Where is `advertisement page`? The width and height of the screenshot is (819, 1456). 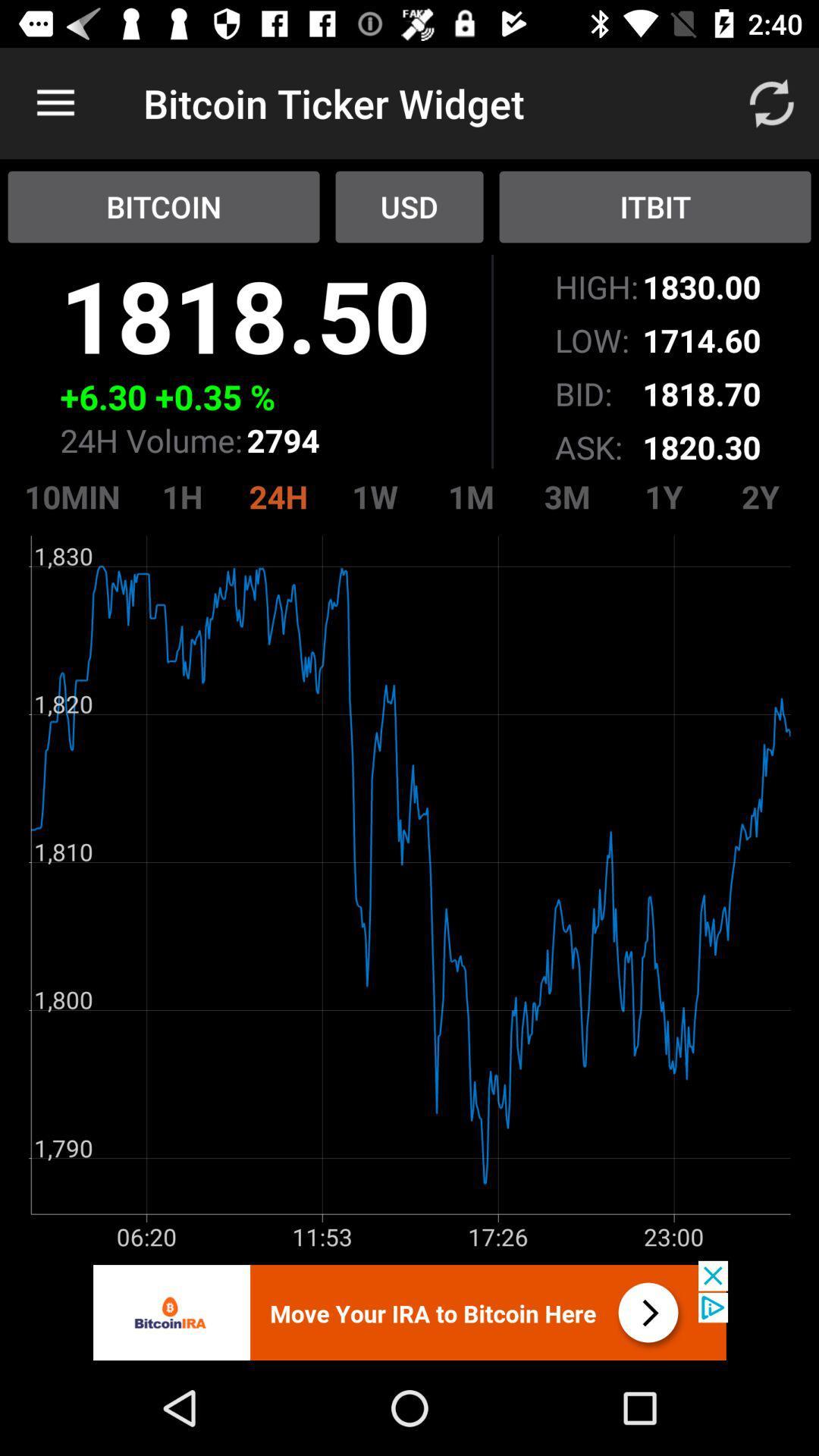 advertisement page is located at coordinates (409, 1310).